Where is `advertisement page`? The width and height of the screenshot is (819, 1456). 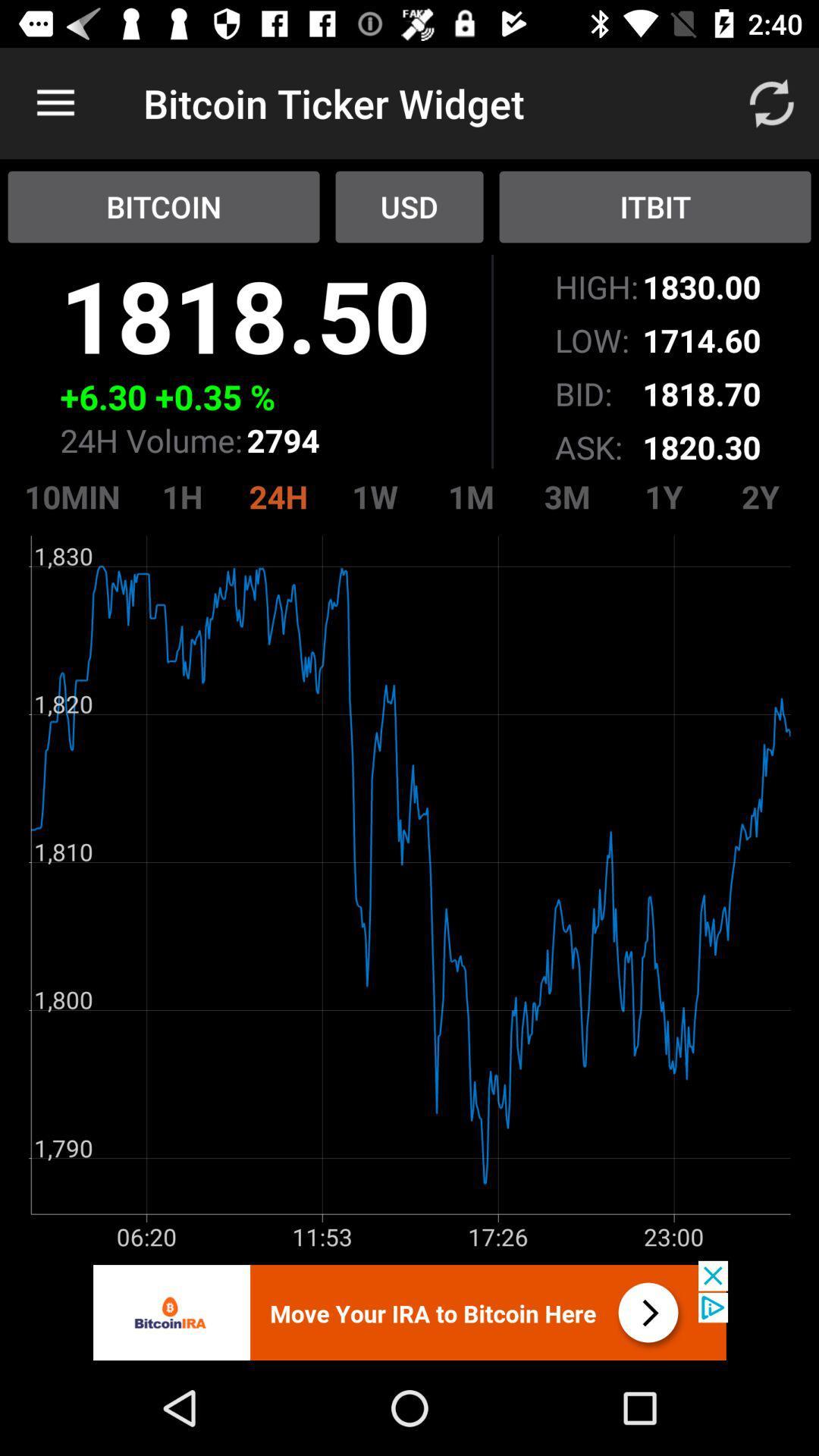 advertisement page is located at coordinates (409, 1310).